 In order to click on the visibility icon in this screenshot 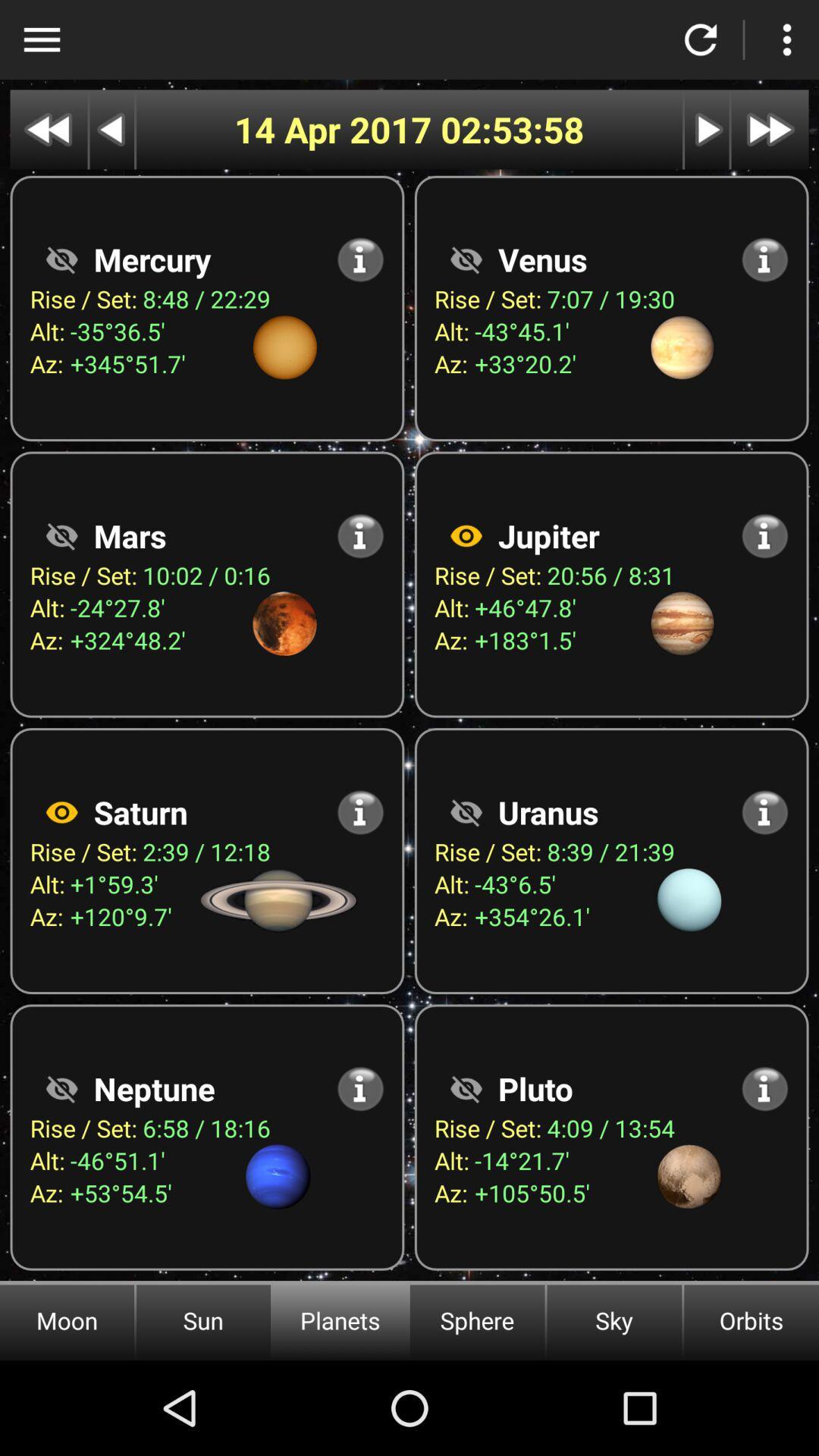, I will do `click(465, 535)`.